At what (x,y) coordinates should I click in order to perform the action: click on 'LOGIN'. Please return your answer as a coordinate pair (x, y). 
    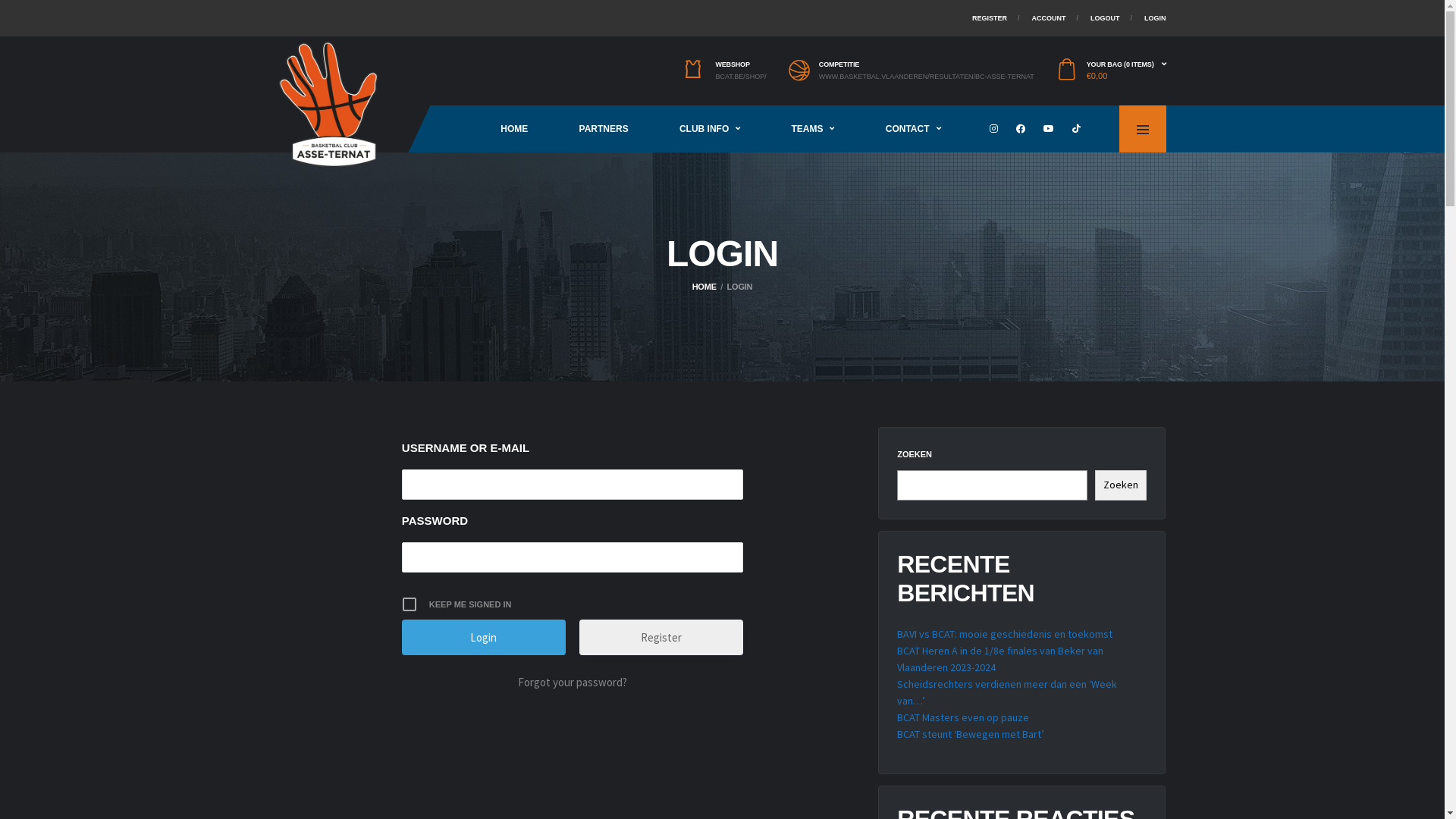
    Looking at the image, I should click on (1154, 17).